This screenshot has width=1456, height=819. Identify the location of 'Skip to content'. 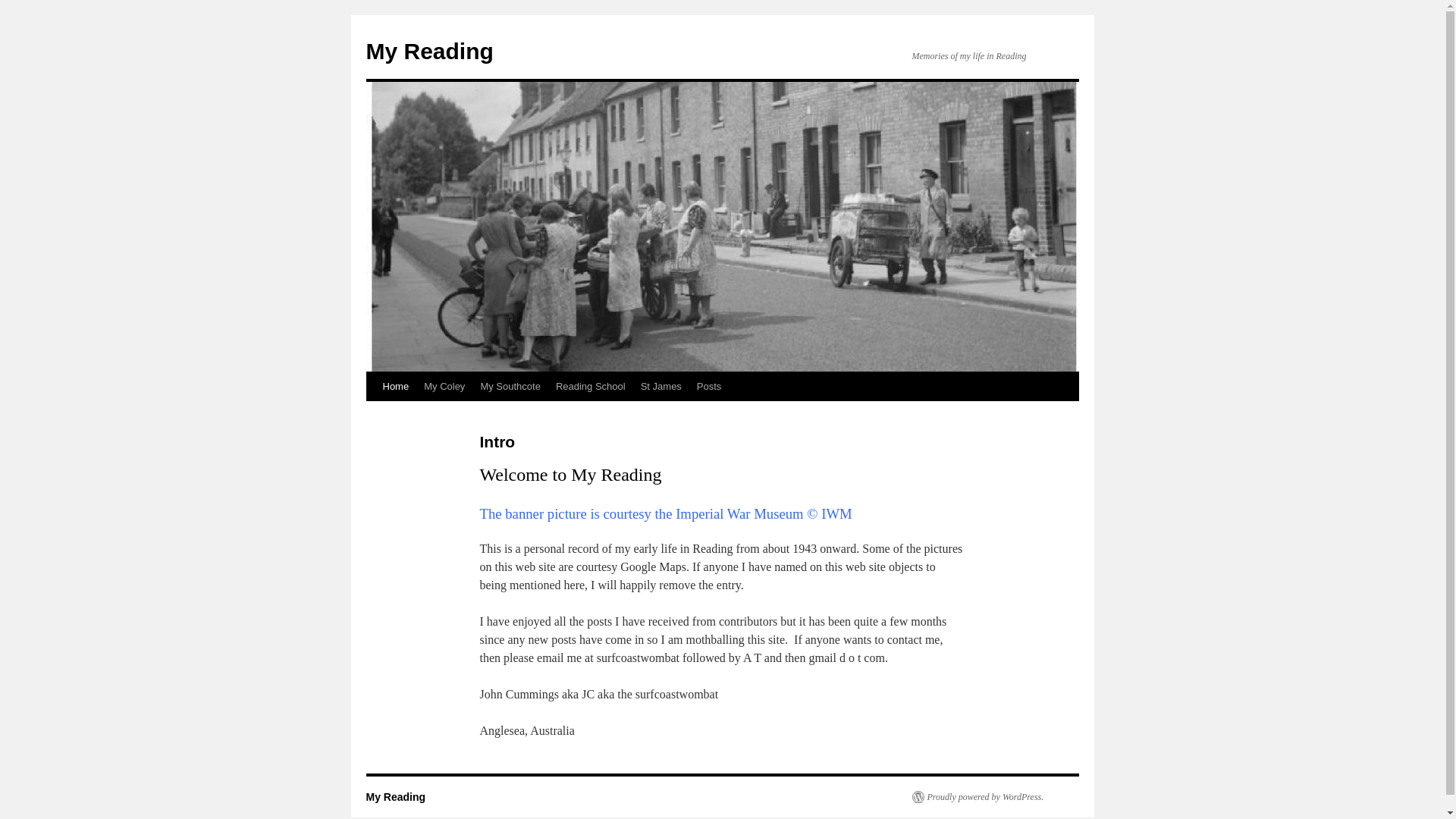
(372, 415).